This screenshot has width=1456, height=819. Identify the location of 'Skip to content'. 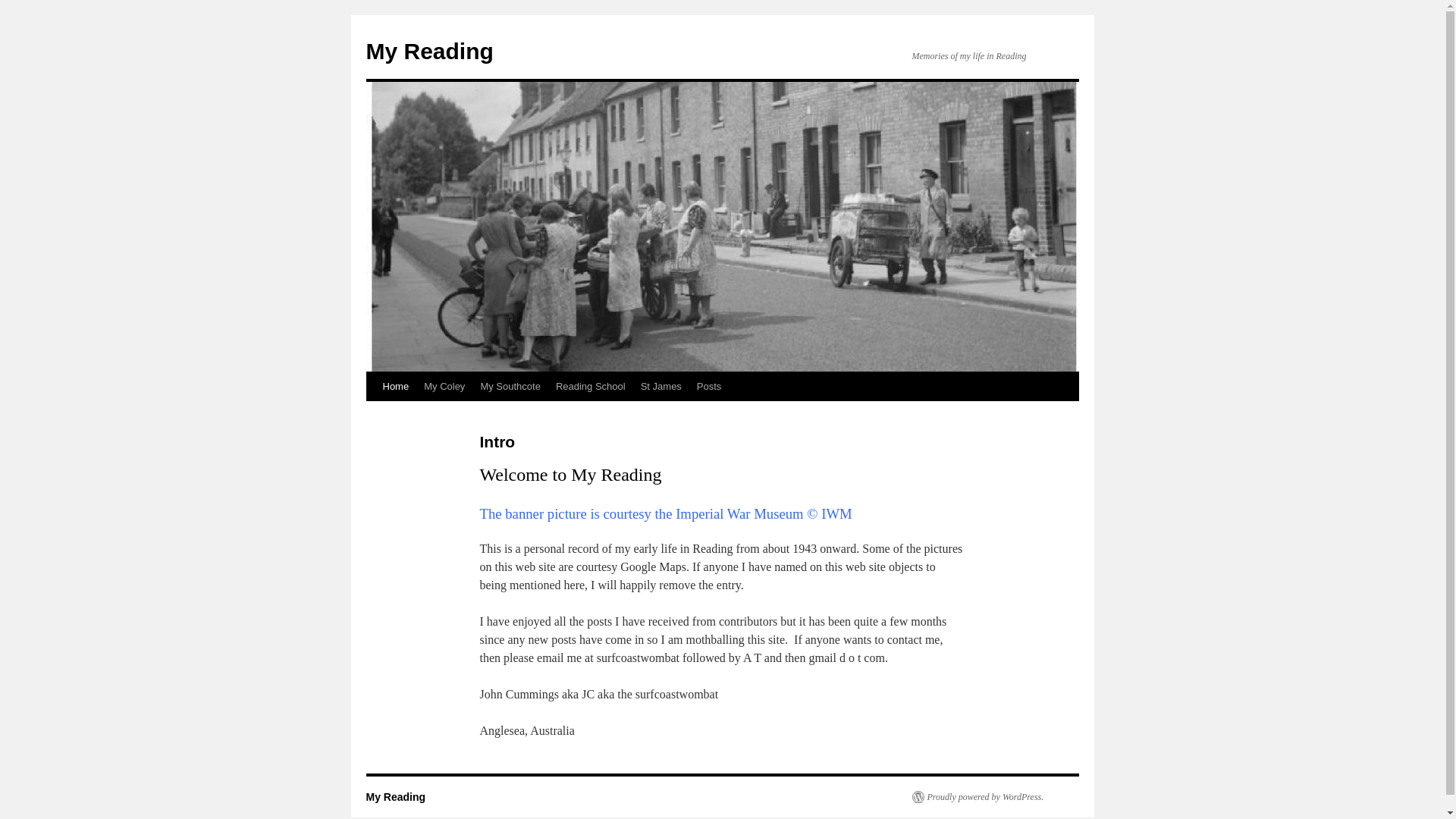
(372, 415).